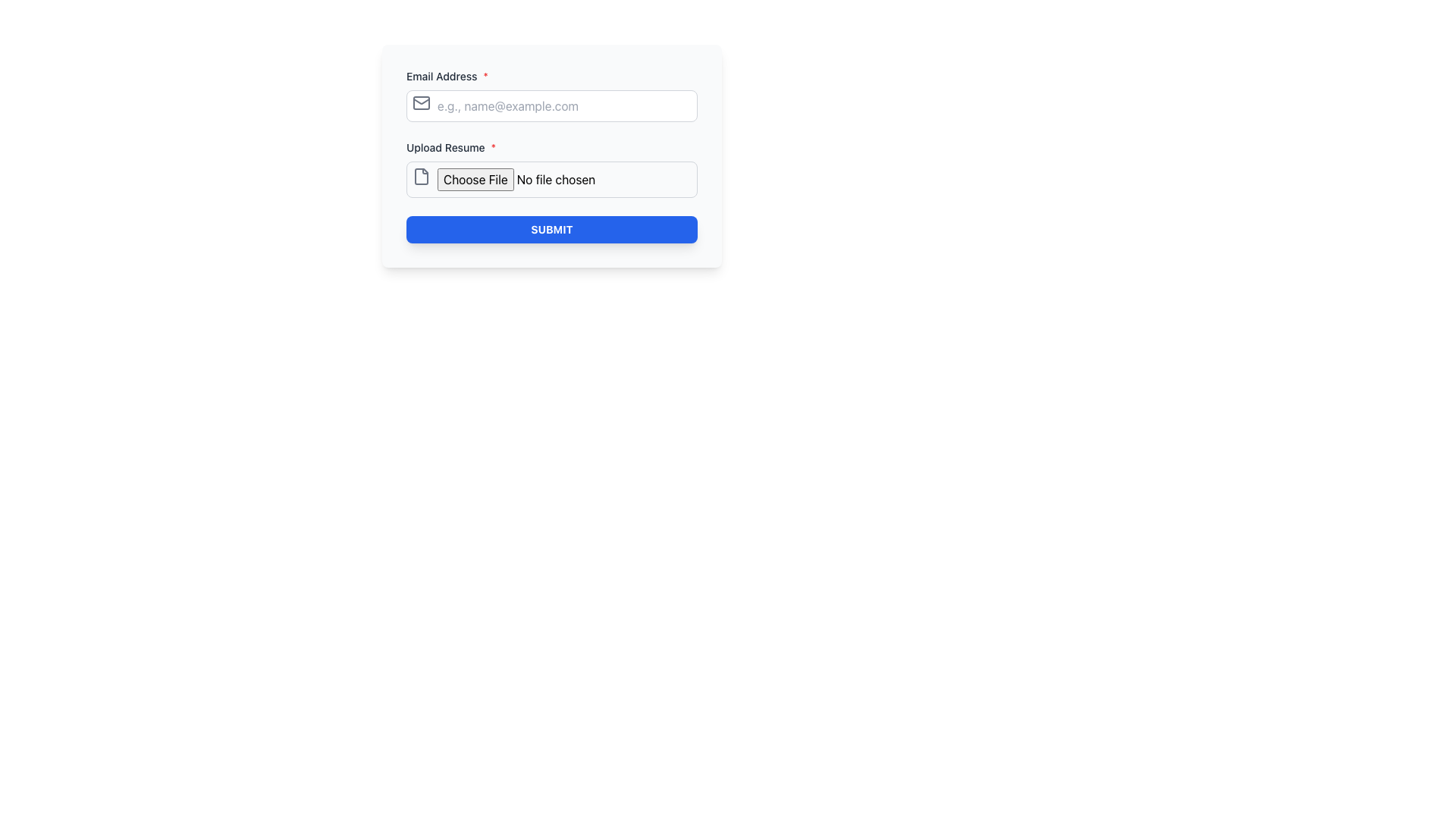  What do you see at coordinates (551, 175) in the screenshot?
I see `the File upload input field located directly below the 'Upload Resume*' text label` at bounding box center [551, 175].